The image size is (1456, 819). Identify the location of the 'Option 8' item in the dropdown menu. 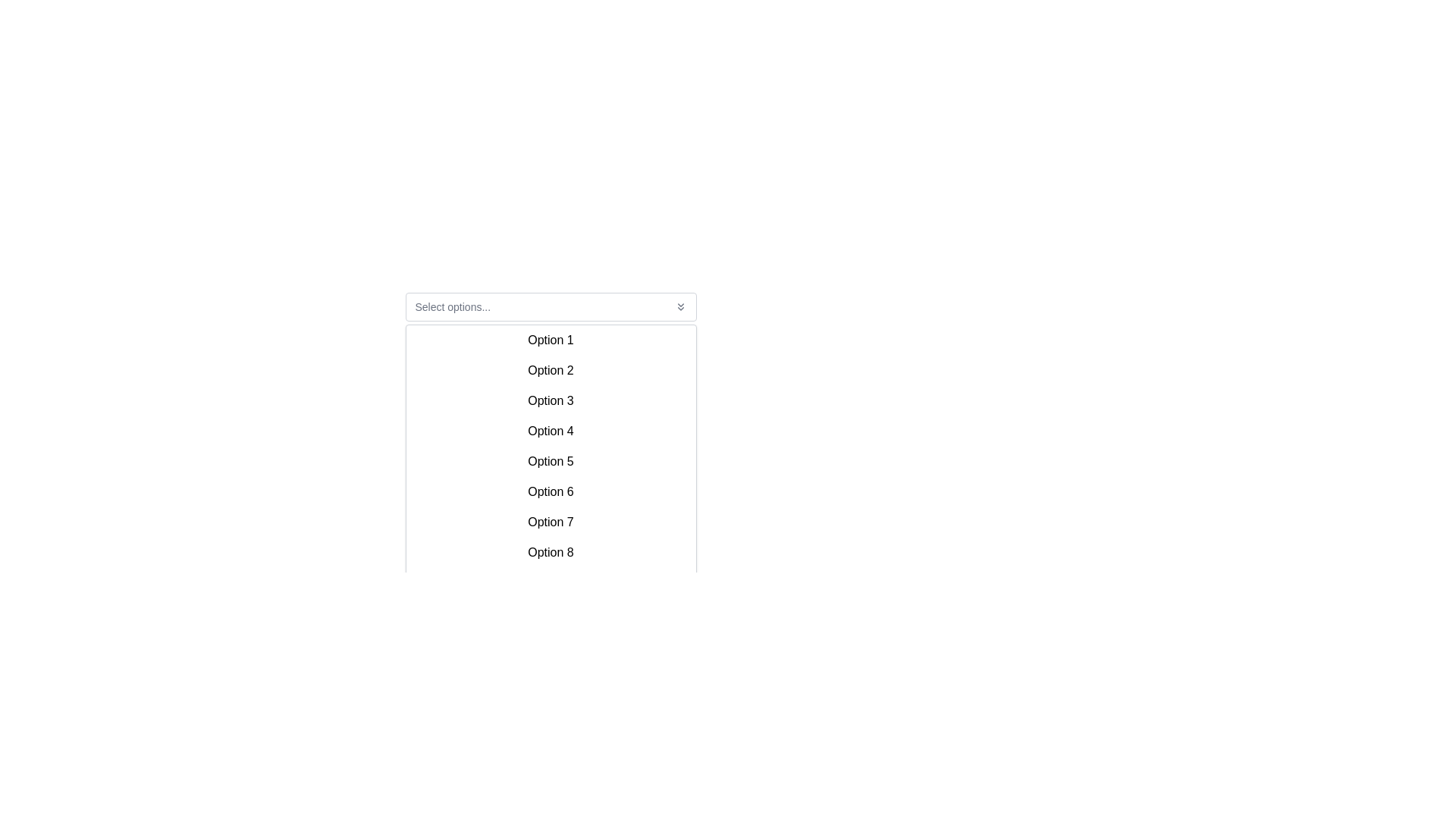
(550, 553).